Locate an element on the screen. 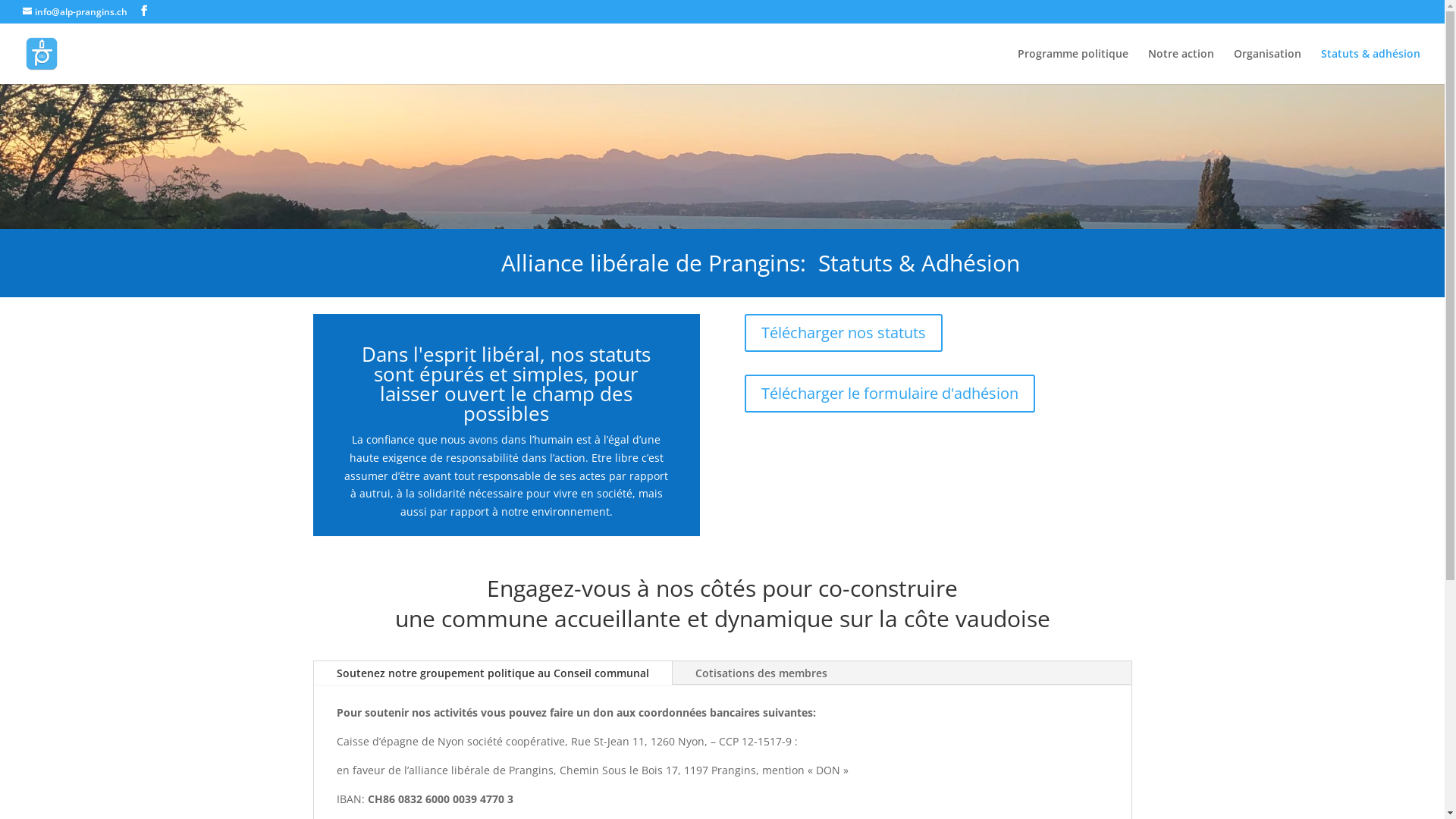 The width and height of the screenshot is (1456, 819). 'info@alp-prangins.ch' is located at coordinates (74, 11).